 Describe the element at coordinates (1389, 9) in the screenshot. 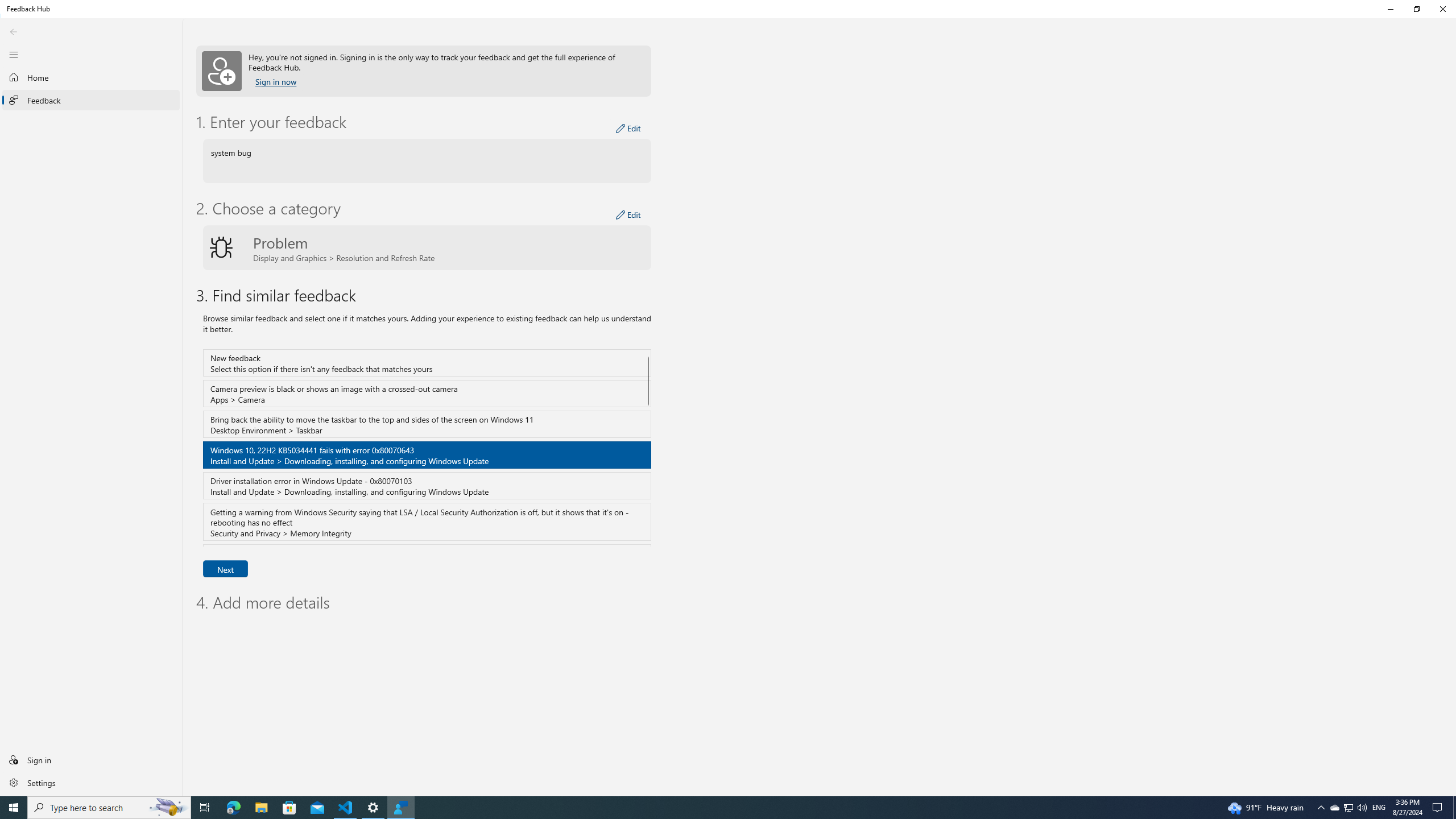

I see `'Minimize Feedback Hub'` at that location.